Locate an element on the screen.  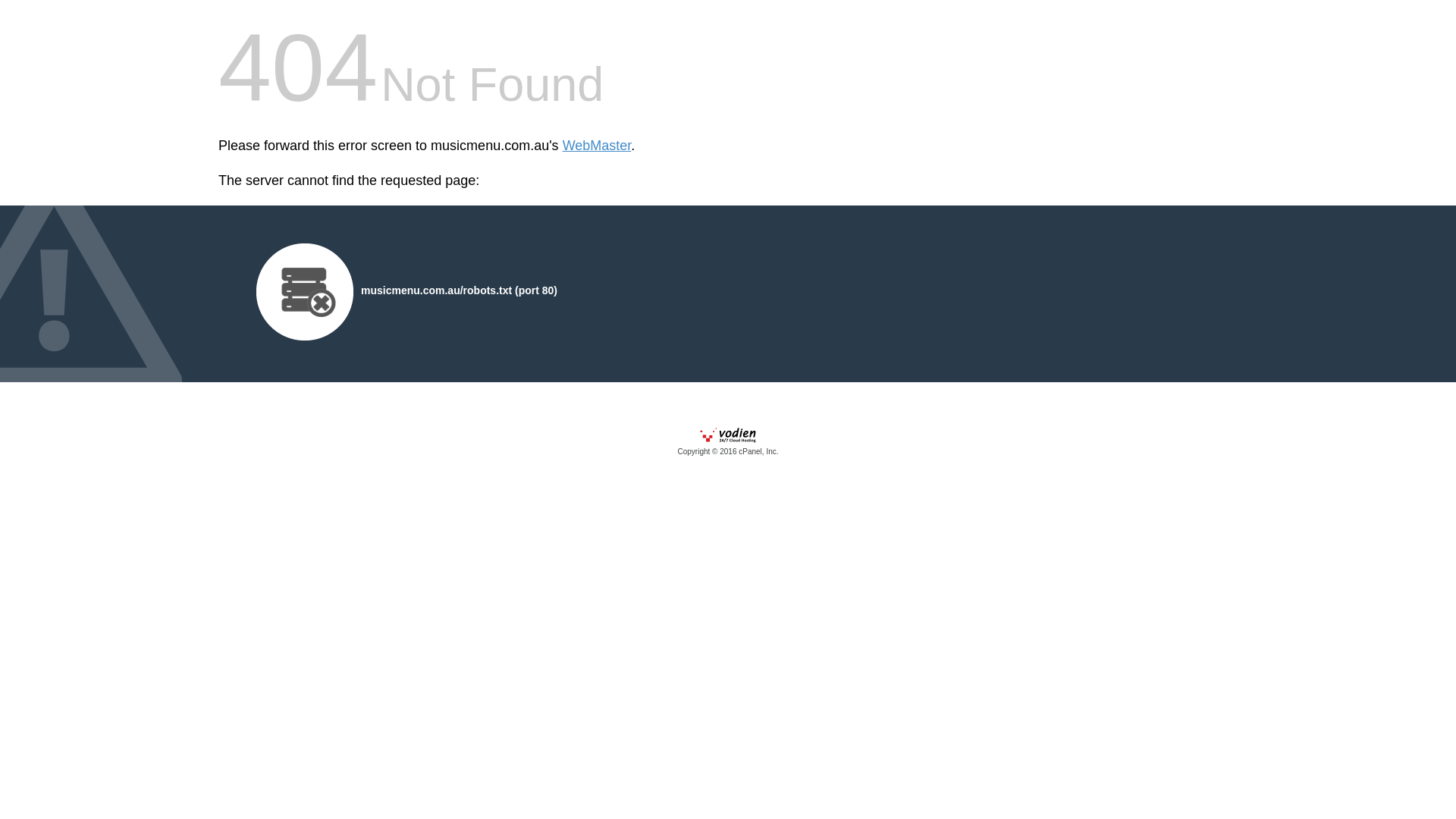
'WebMaster' is located at coordinates (596, 146).